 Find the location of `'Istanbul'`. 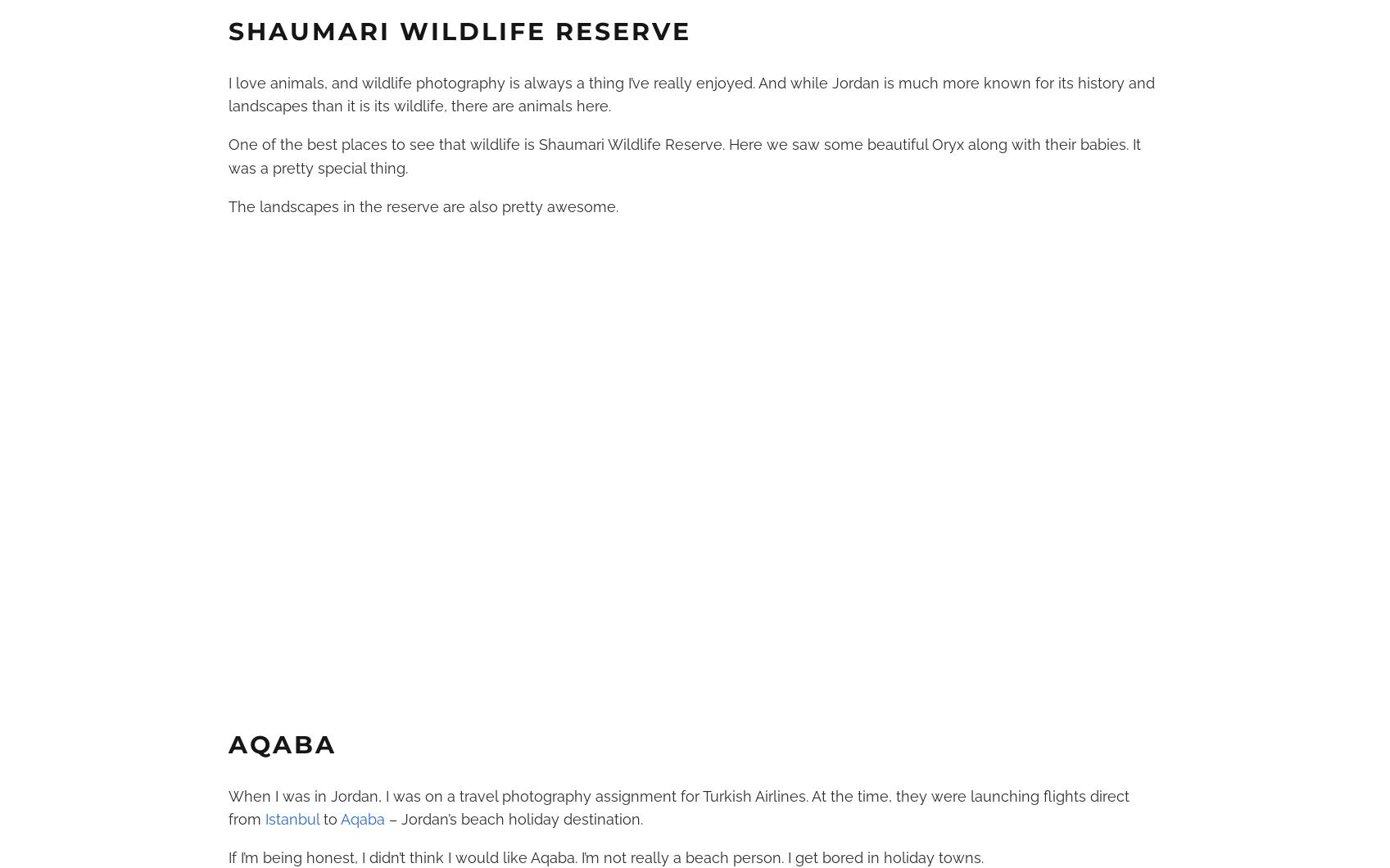

'Istanbul' is located at coordinates (292, 818).